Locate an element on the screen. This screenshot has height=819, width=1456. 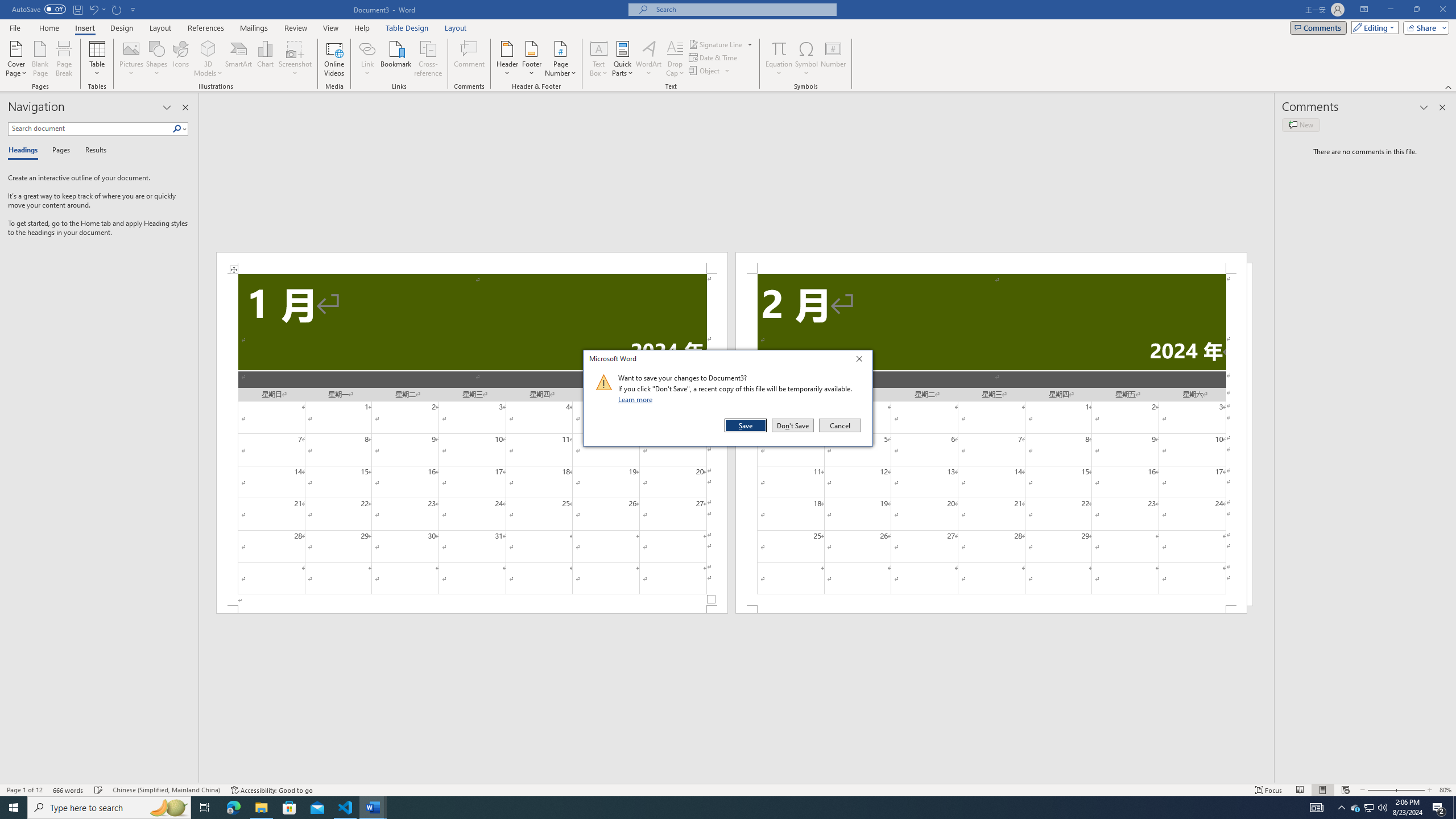
'References' is located at coordinates (206, 28).